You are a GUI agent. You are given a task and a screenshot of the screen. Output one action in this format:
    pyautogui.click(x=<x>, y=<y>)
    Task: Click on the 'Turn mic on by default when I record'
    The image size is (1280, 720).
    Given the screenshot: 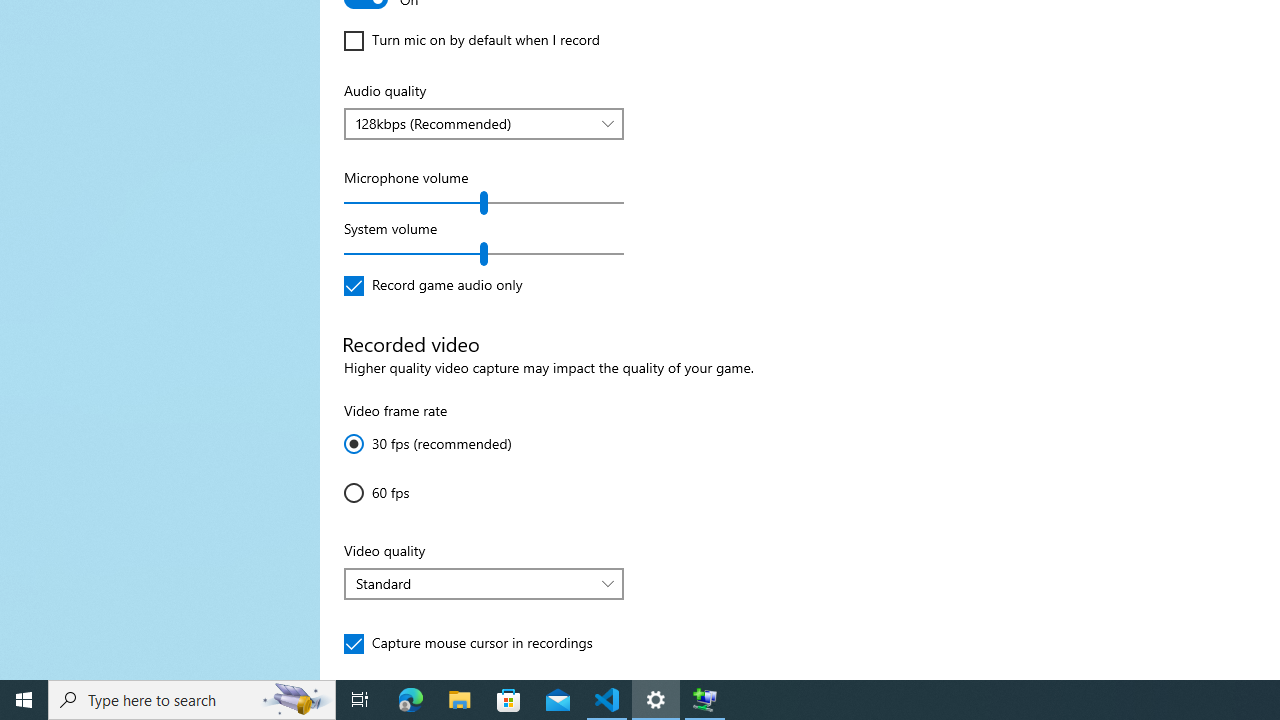 What is the action you would take?
    pyautogui.click(x=471, y=41)
    